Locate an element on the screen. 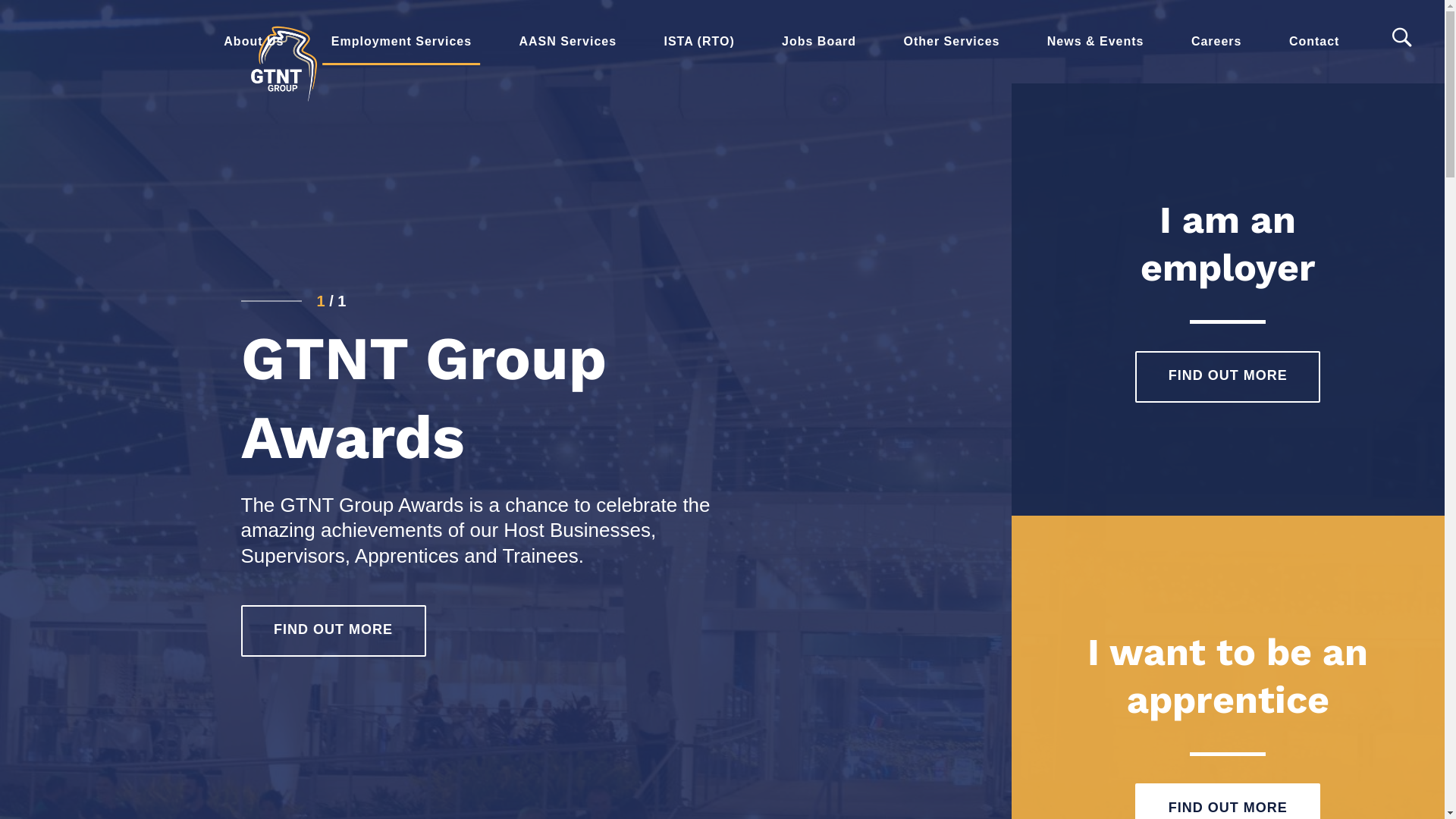  'Search' is located at coordinates (1403, 37).